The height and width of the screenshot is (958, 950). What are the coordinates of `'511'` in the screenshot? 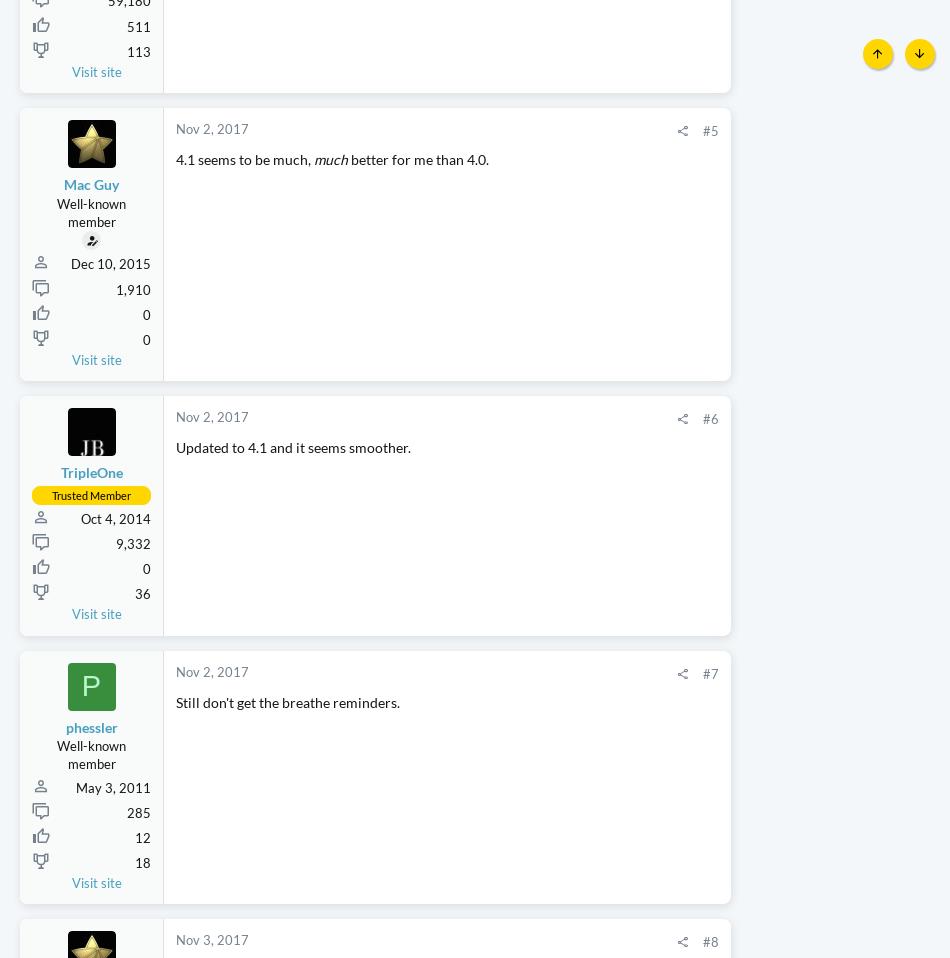 It's located at (138, 84).